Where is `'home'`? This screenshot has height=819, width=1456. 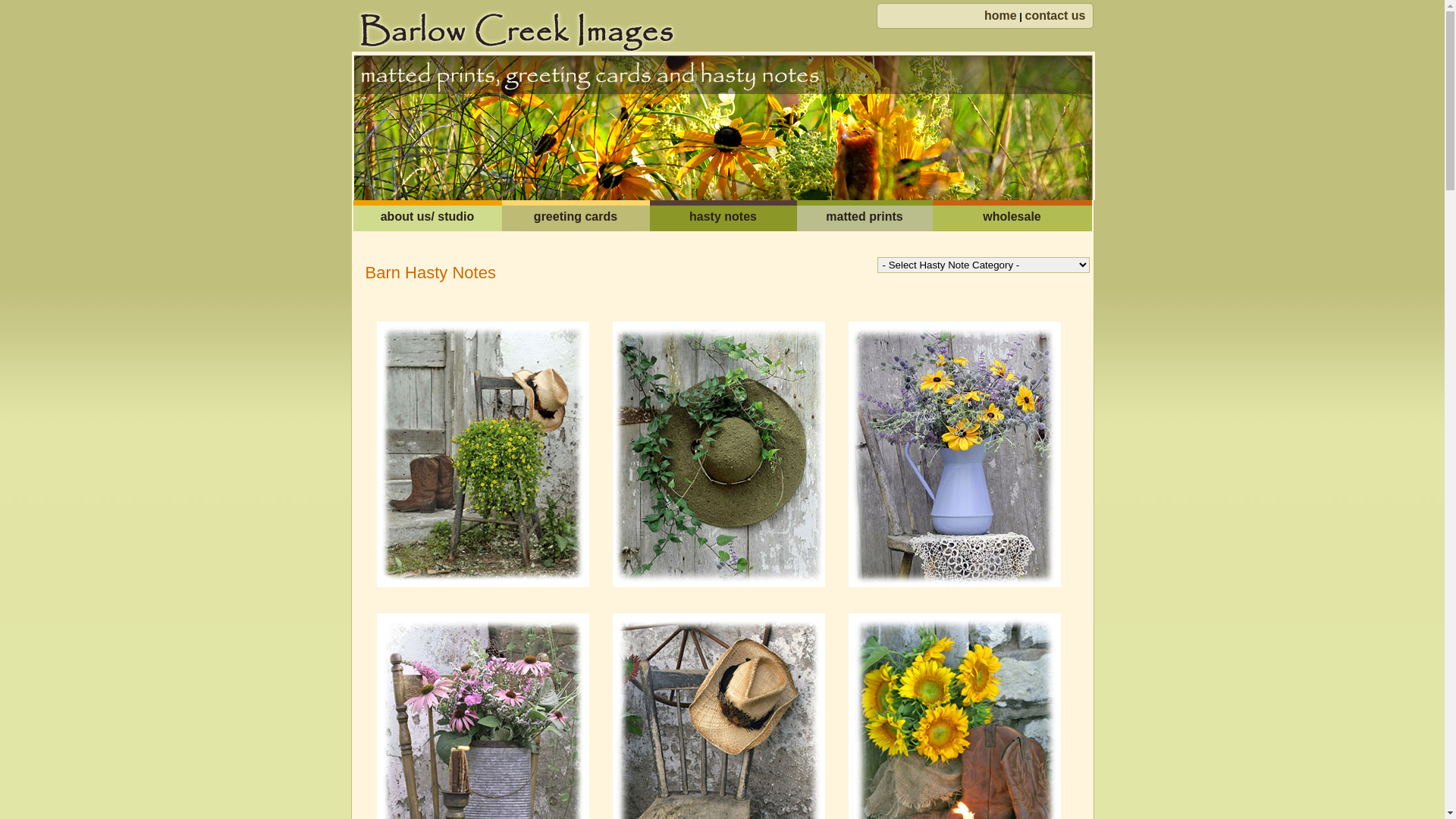
'home' is located at coordinates (1000, 15).